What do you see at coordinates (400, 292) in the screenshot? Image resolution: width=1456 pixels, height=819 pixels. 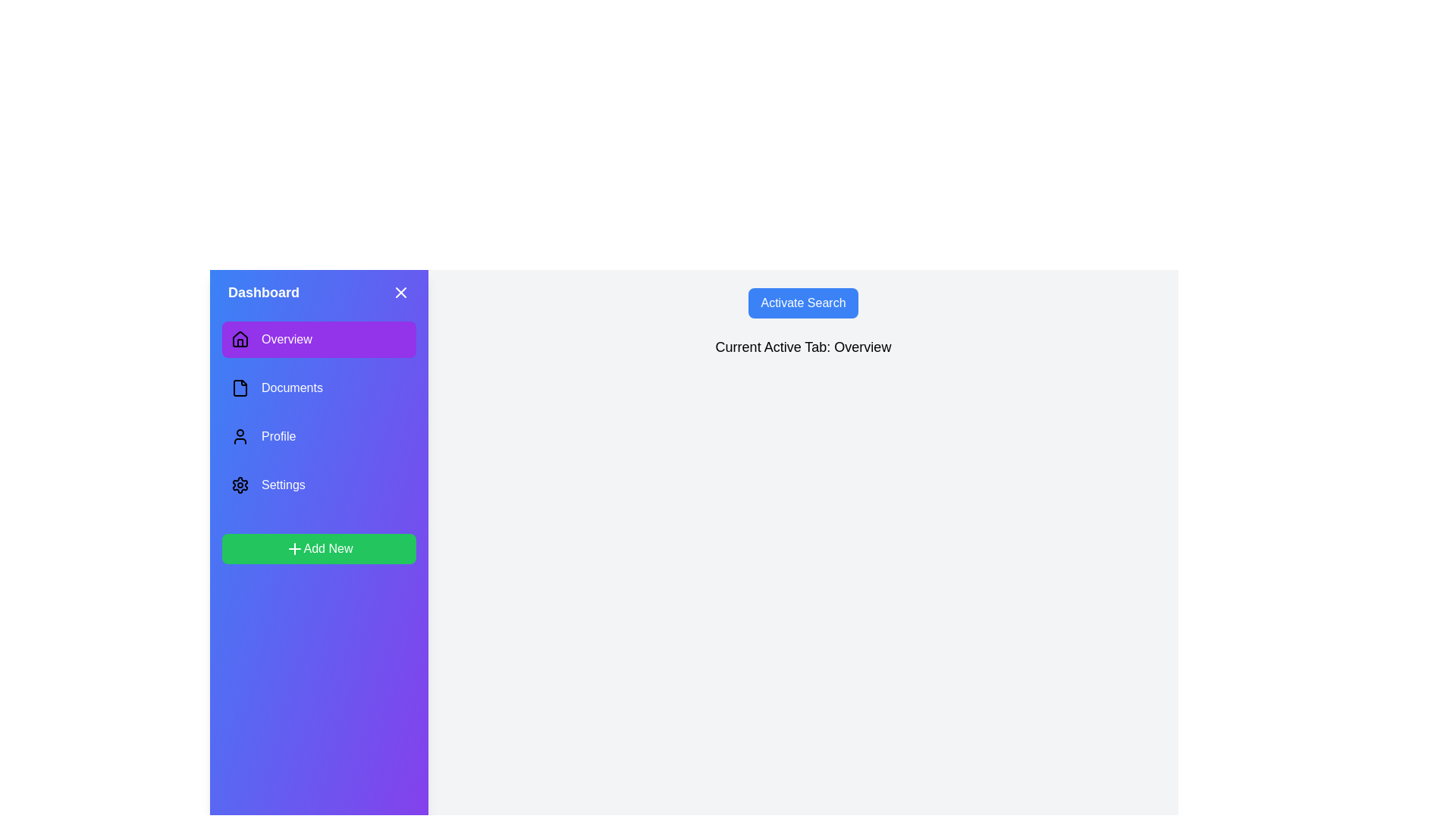 I see `the button with a white 'X' icon on a purple background located at the top-right corner of the 'Dashboard' sidebar` at bounding box center [400, 292].